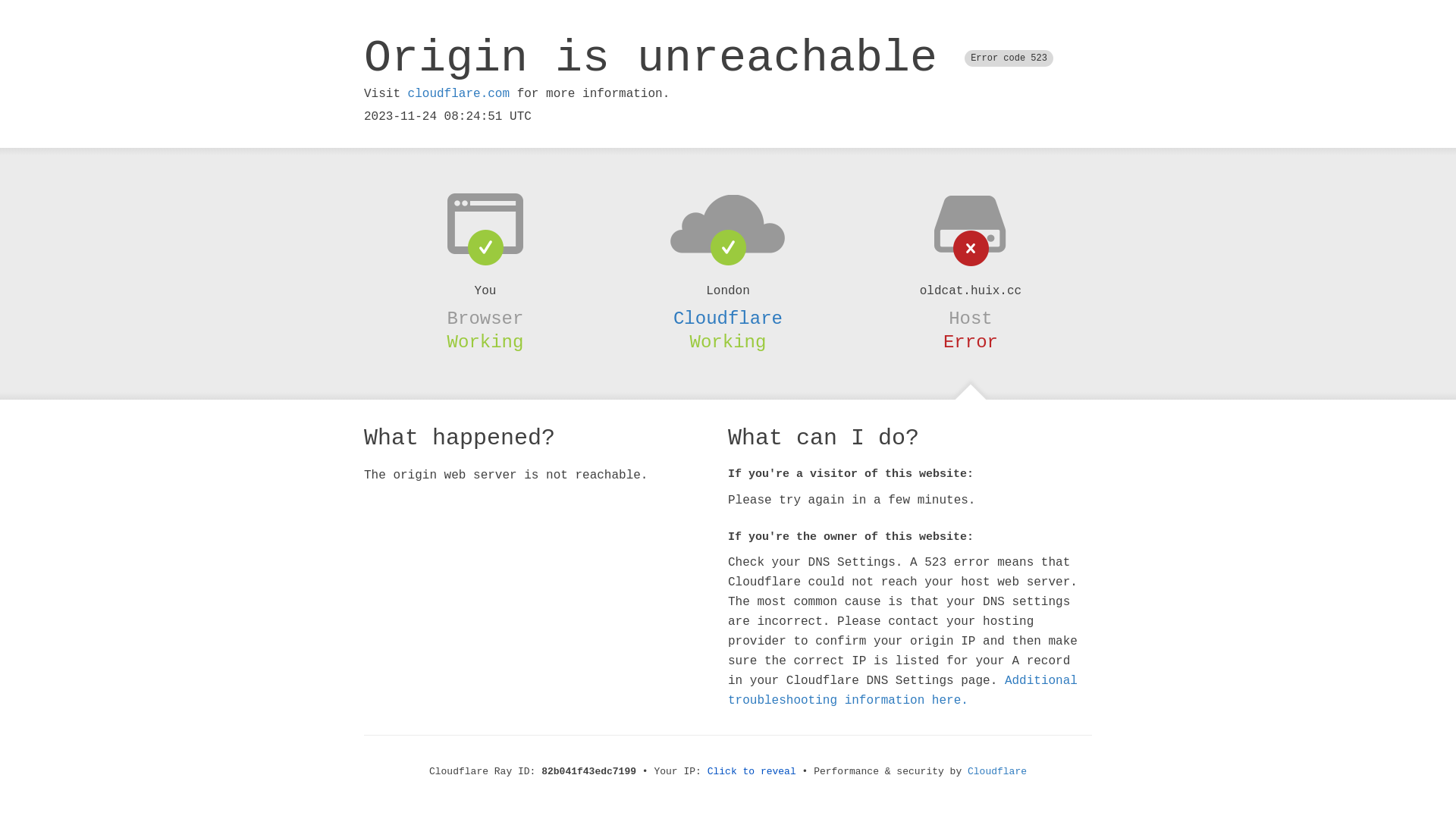 Image resolution: width=1456 pixels, height=819 pixels. Describe the element at coordinates (728, 318) in the screenshot. I see `'Cloudflare'` at that location.